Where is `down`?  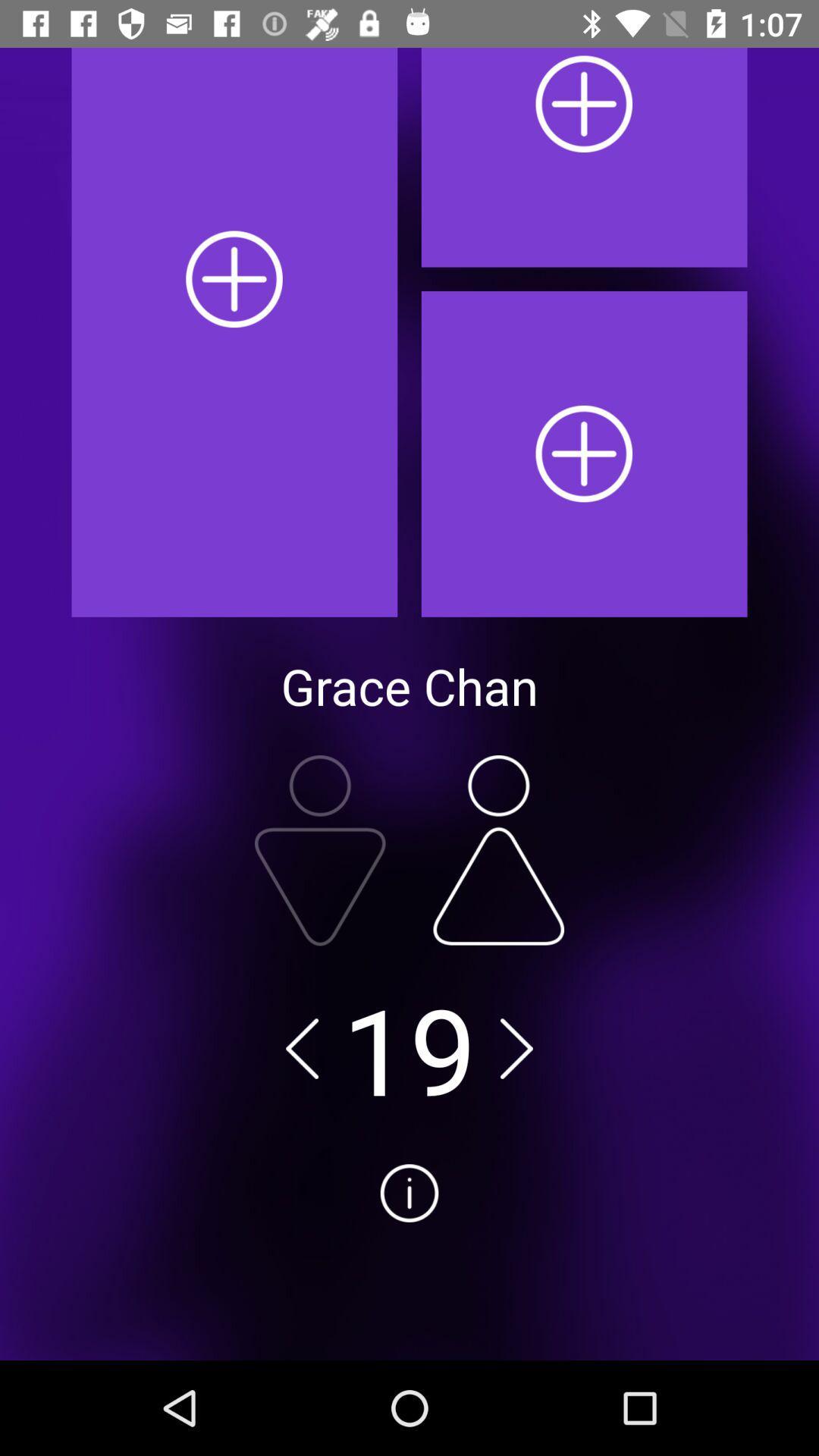
down is located at coordinates (319, 850).